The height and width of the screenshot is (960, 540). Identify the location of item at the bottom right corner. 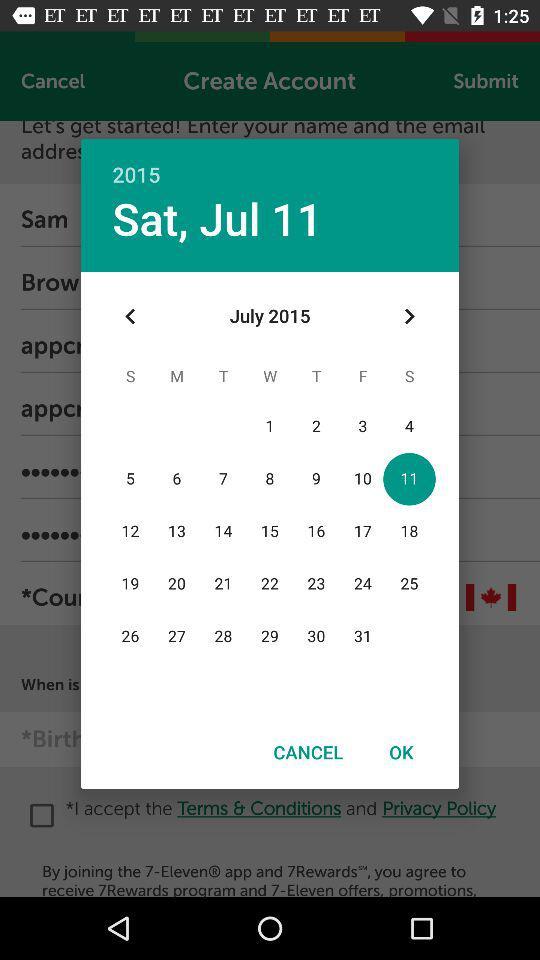
(401, 751).